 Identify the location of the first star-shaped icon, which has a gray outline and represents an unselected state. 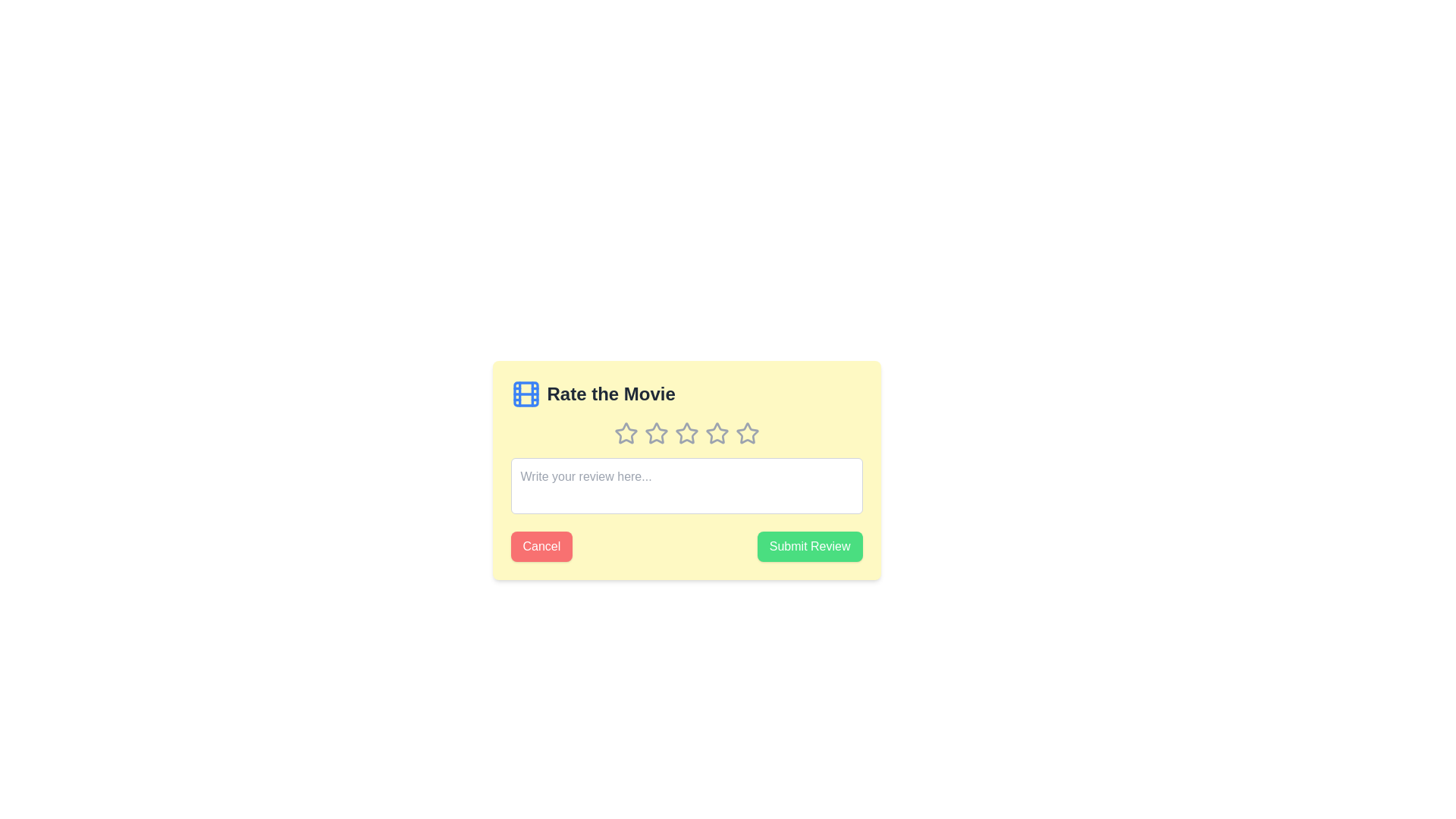
(626, 433).